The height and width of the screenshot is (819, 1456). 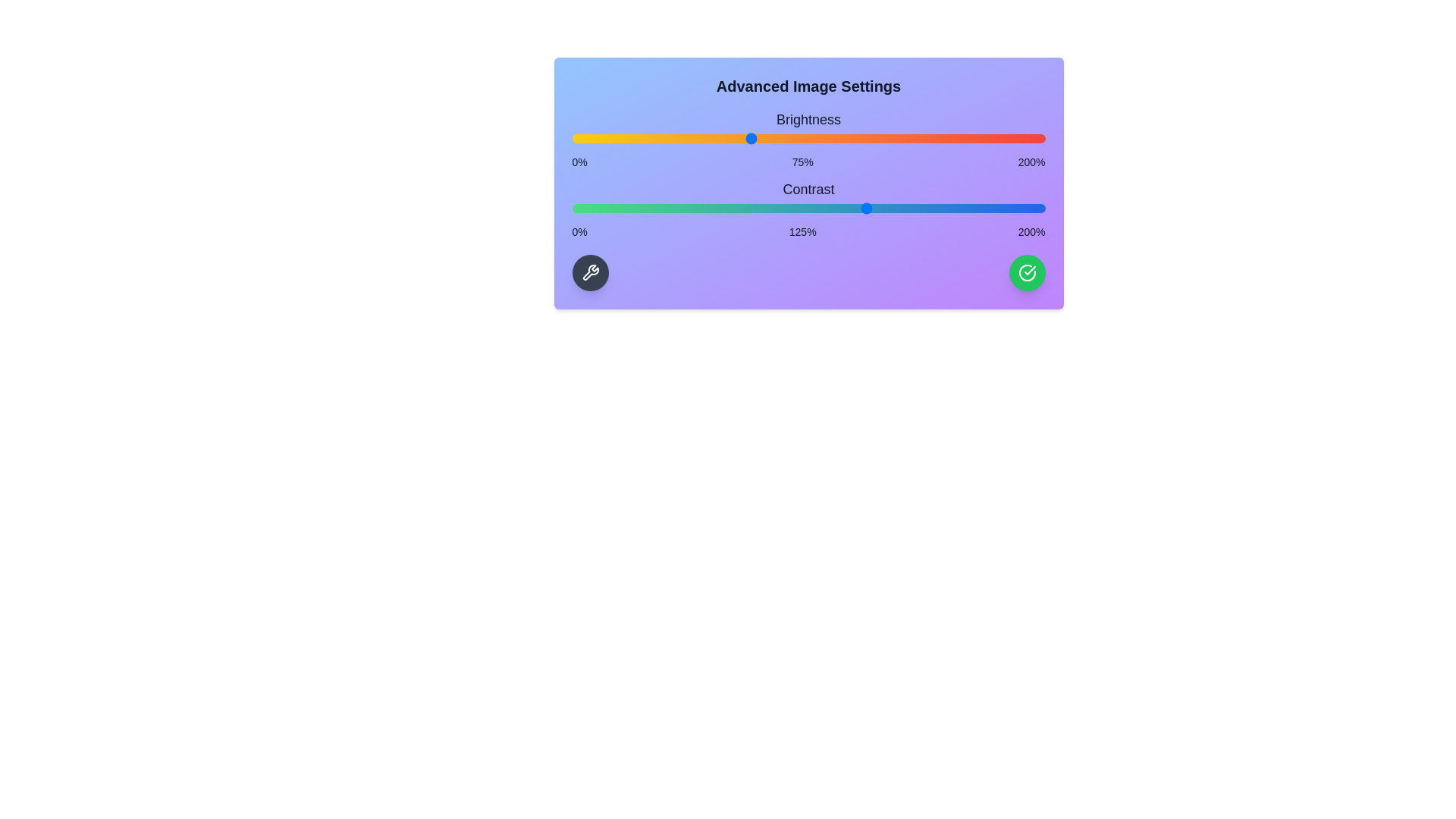 What do you see at coordinates (1014, 138) in the screenshot?
I see `the brightness slider to 187%` at bounding box center [1014, 138].